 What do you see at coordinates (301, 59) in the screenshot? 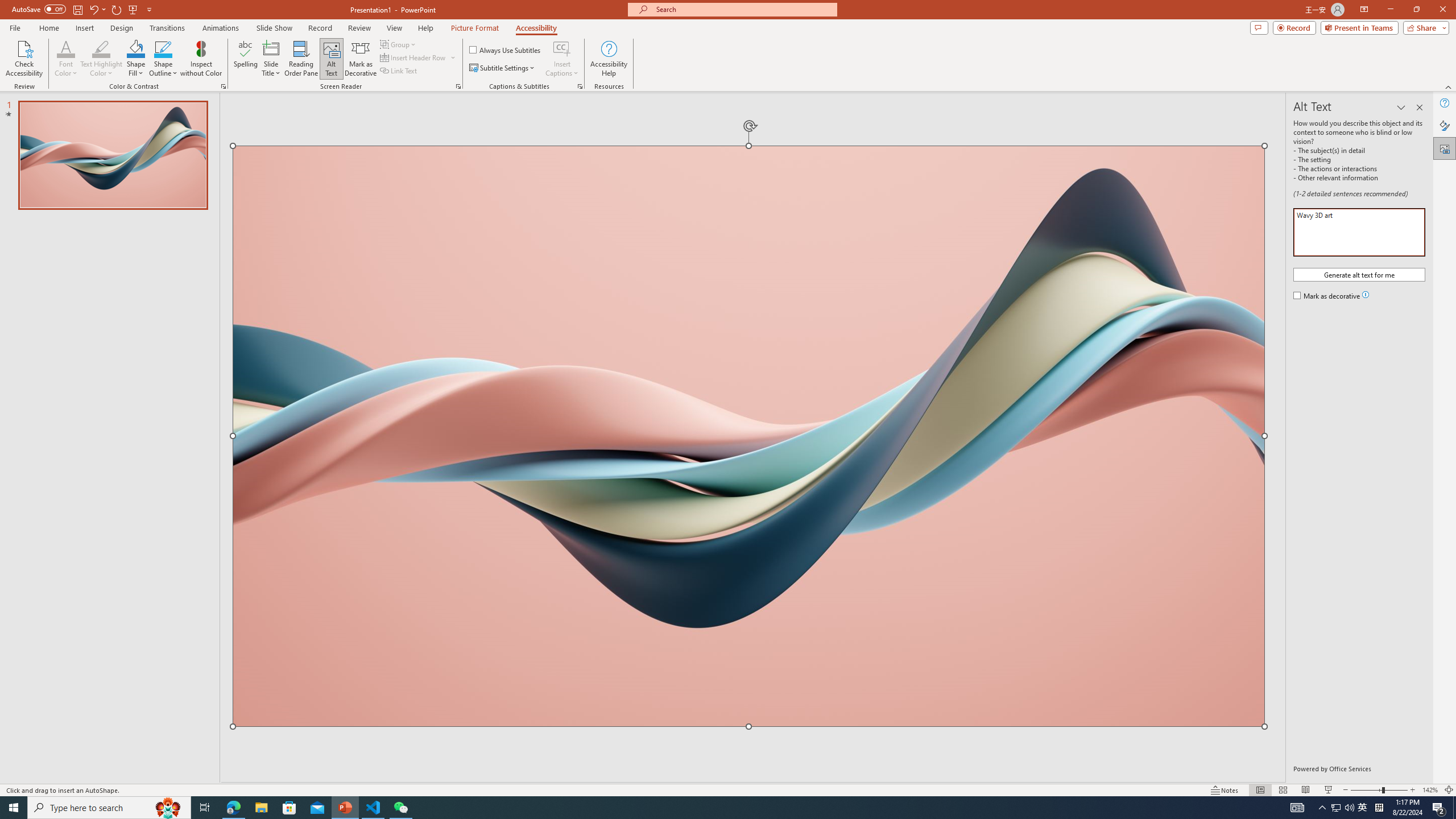
I see `'Reading Order Pane'` at bounding box center [301, 59].